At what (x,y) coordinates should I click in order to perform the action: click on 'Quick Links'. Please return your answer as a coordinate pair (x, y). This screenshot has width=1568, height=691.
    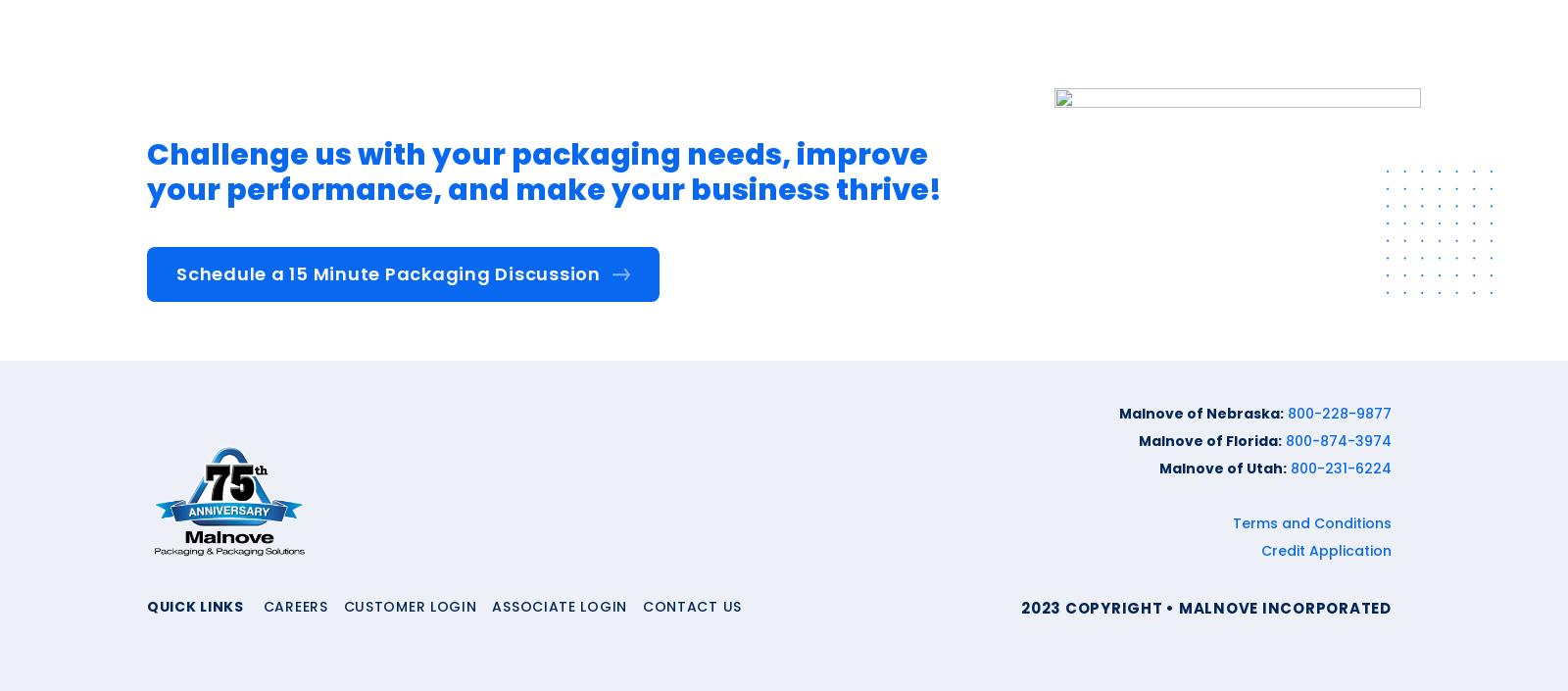
    Looking at the image, I should click on (194, 605).